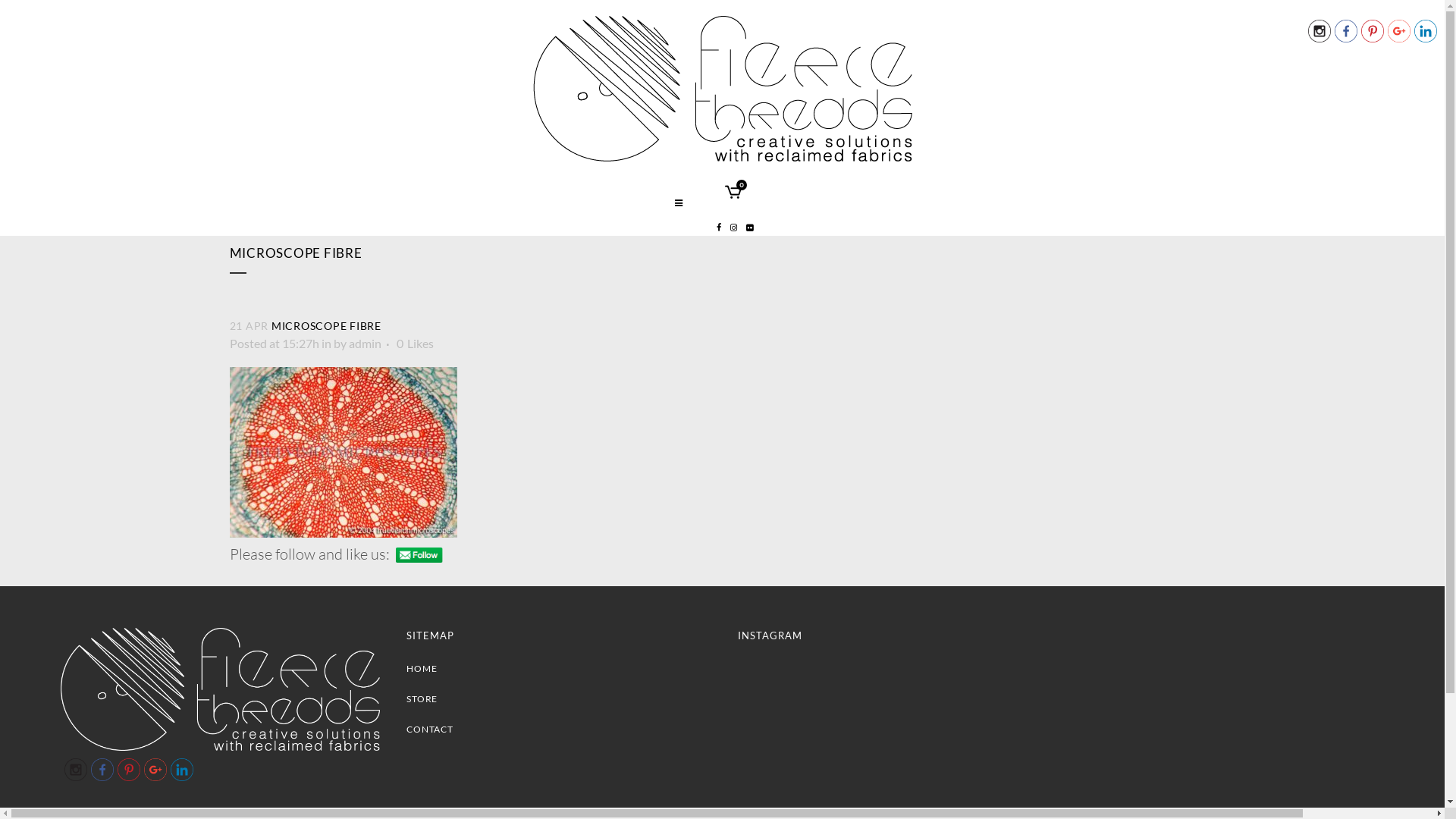  What do you see at coordinates (1335, 31) in the screenshot?
I see `'Facebook'` at bounding box center [1335, 31].